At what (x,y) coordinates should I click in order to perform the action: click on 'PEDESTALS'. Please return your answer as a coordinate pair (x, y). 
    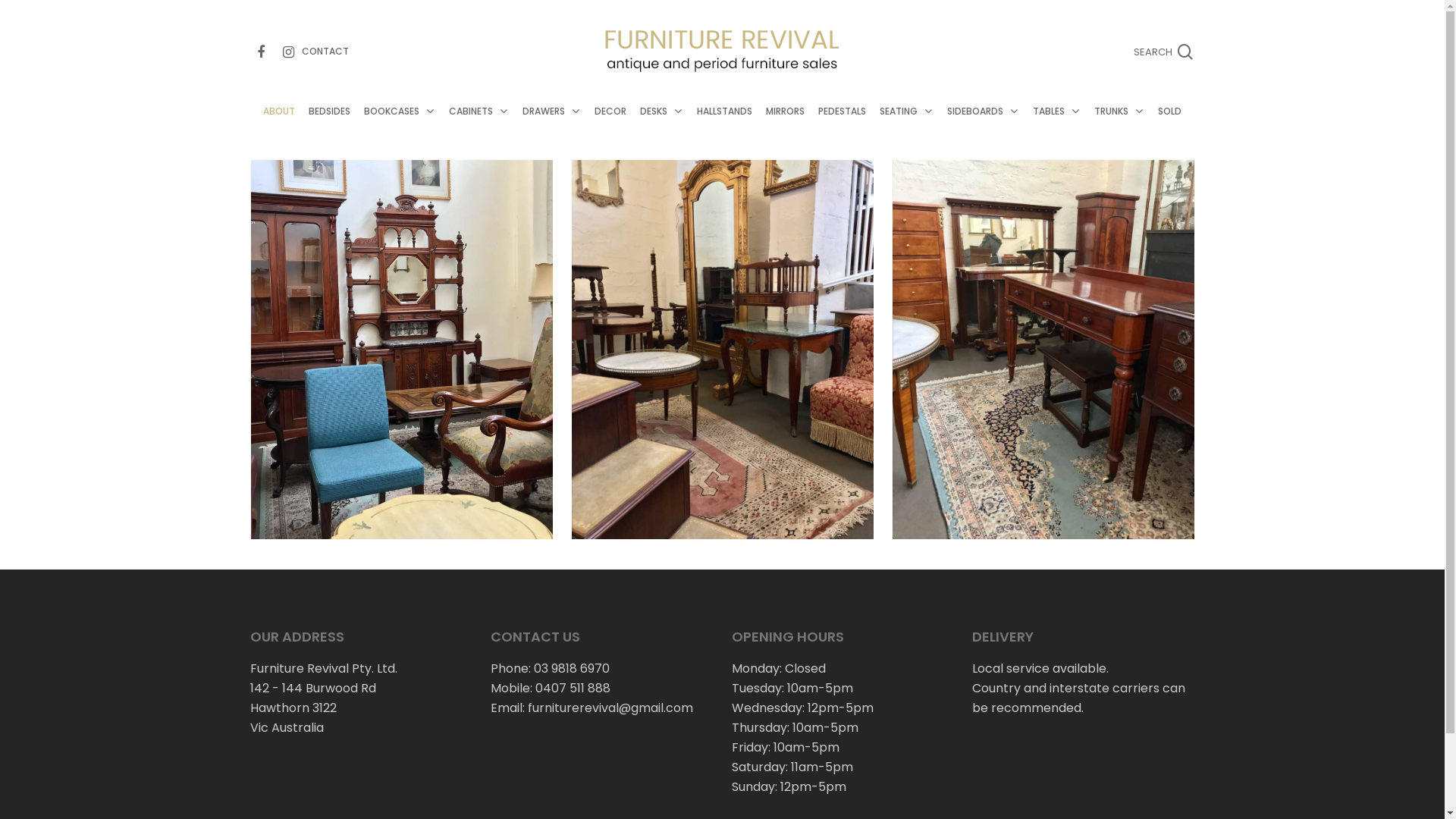
    Looking at the image, I should click on (841, 125).